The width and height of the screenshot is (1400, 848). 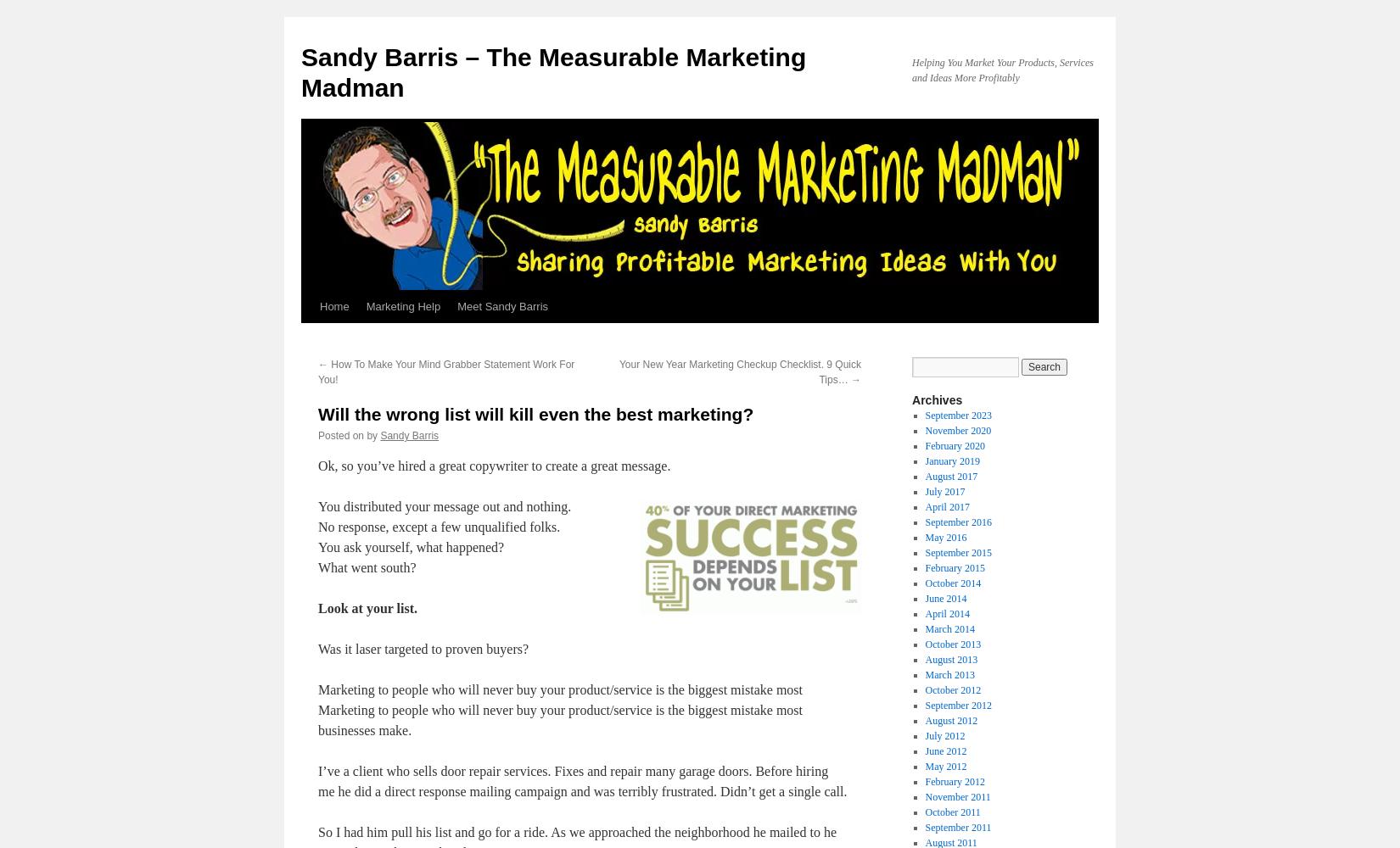 I want to click on 'Ok, so you’ve hired a great copywriter to create a great message.', so click(x=318, y=466).